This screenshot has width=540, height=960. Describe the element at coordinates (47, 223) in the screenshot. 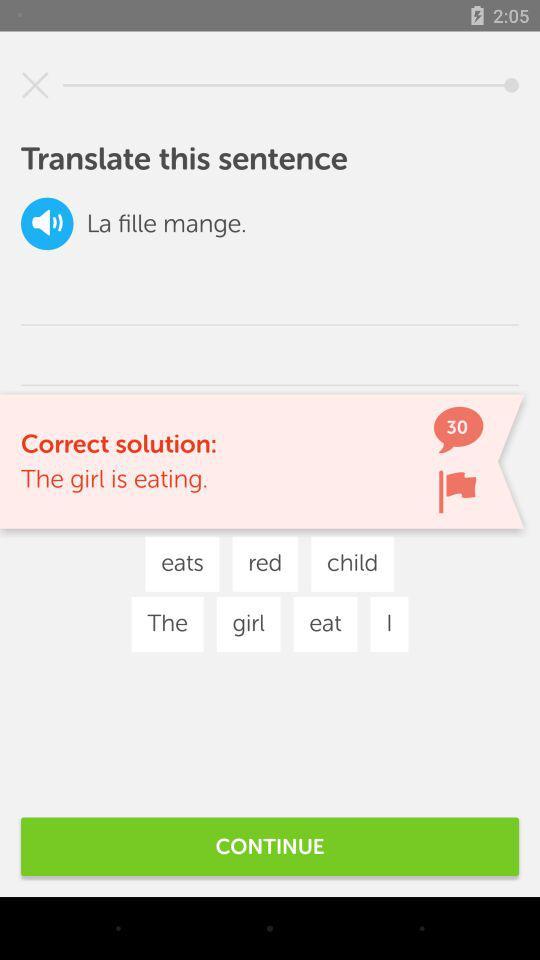

I see `audio` at that location.